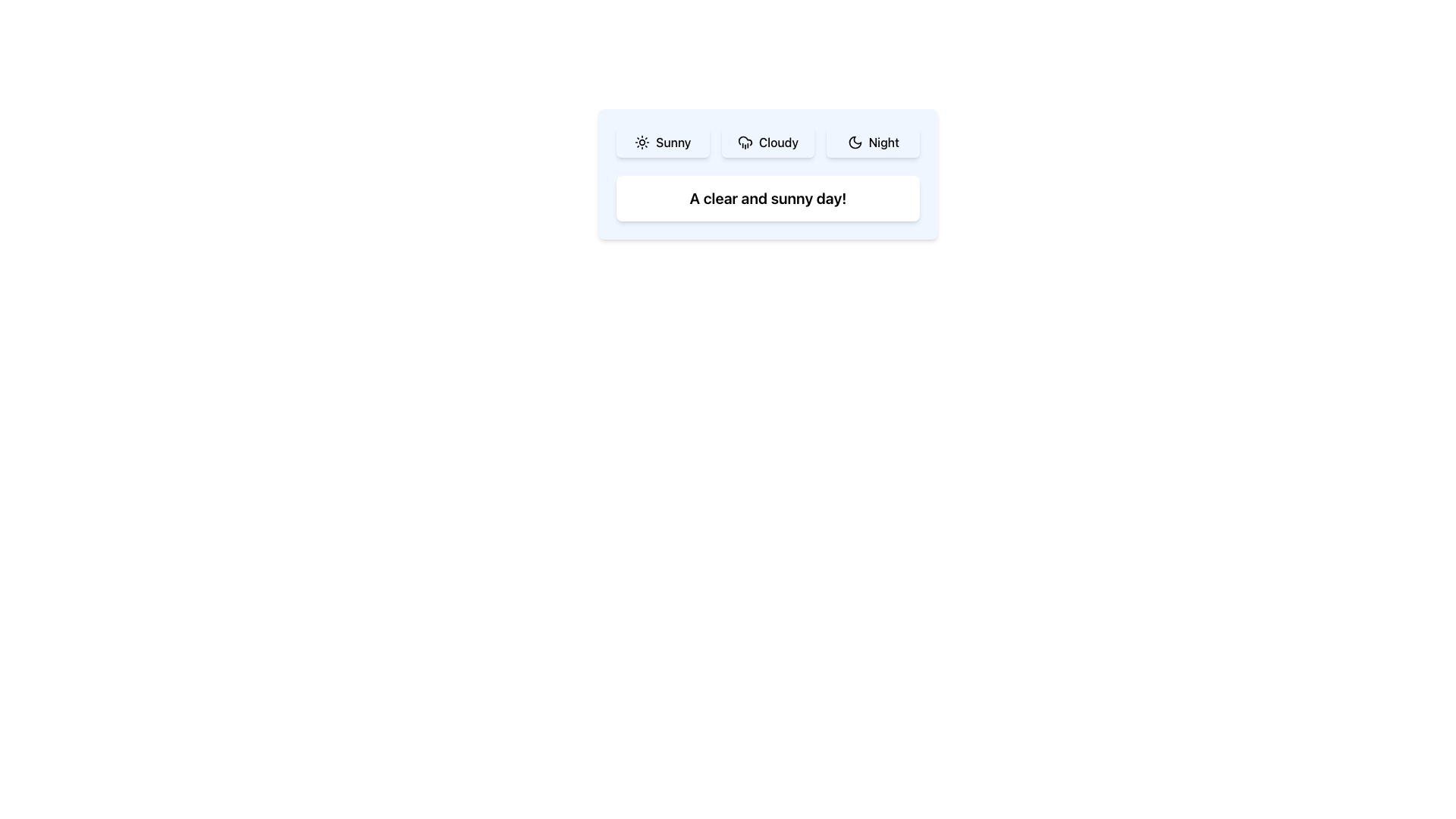 Image resolution: width=1456 pixels, height=819 pixels. What do you see at coordinates (767, 143) in the screenshot?
I see `the first option of the horizontal selection group representing weather conditions` at bounding box center [767, 143].